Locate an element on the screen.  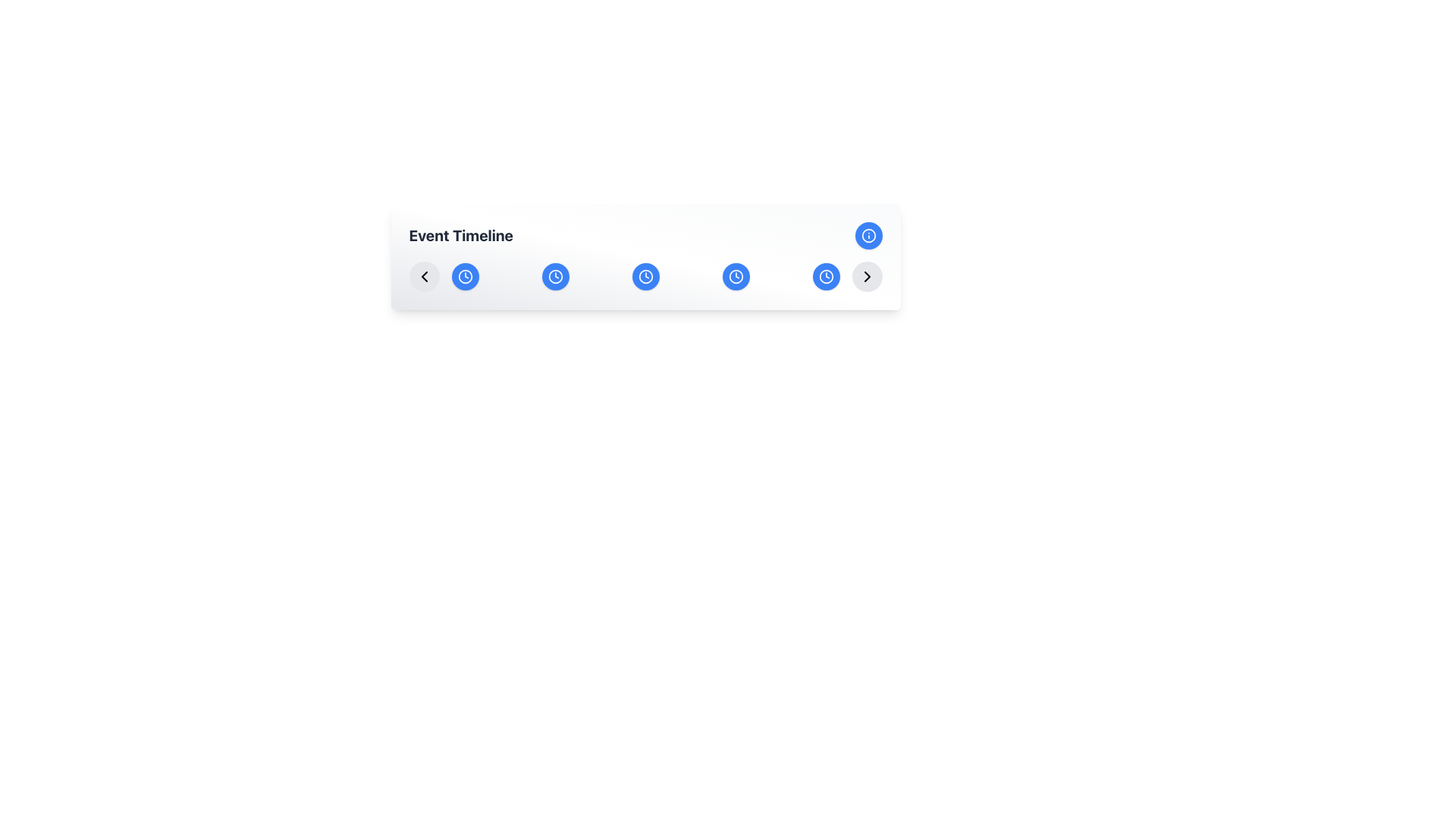
the visual design of the second circular icon with a blue outline and white center in the horizontal timeline interface, located slightly to the right of the 'Event Timeline' text is located at coordinates (554, 277).